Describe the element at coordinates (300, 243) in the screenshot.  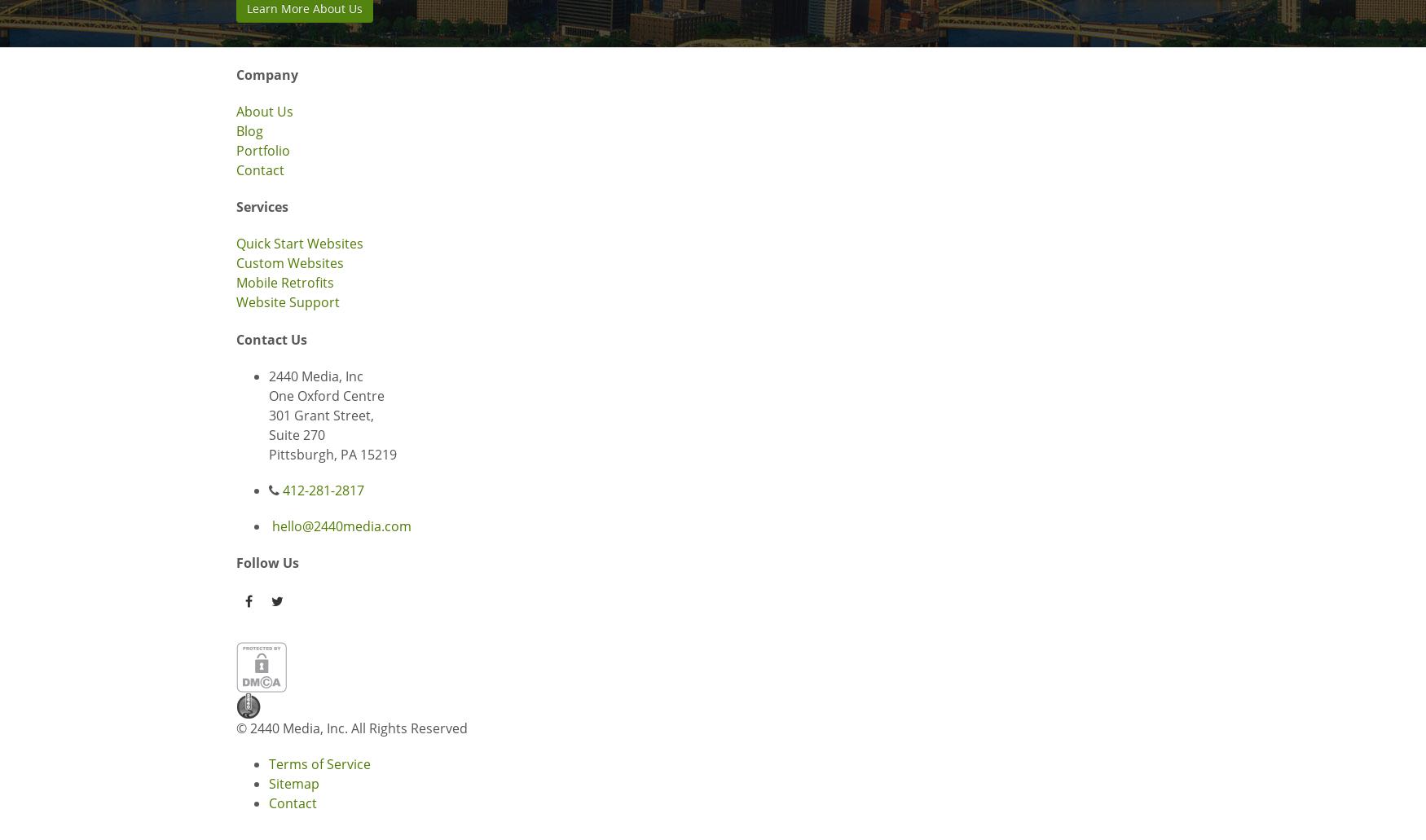
I see `'Quick Start Websites'` at that location.